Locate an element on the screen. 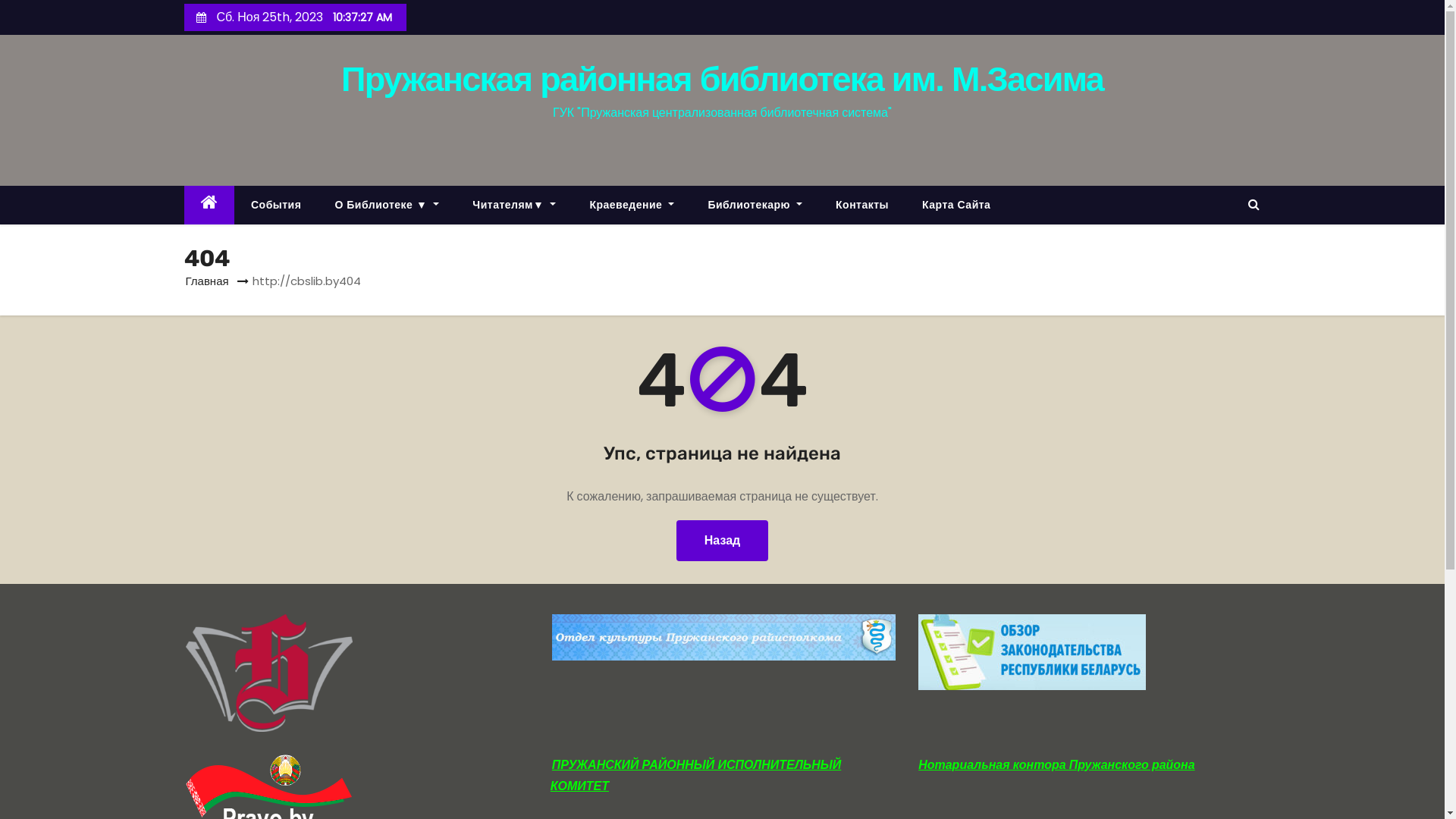  'Home' is located at coordinates (208, 205).